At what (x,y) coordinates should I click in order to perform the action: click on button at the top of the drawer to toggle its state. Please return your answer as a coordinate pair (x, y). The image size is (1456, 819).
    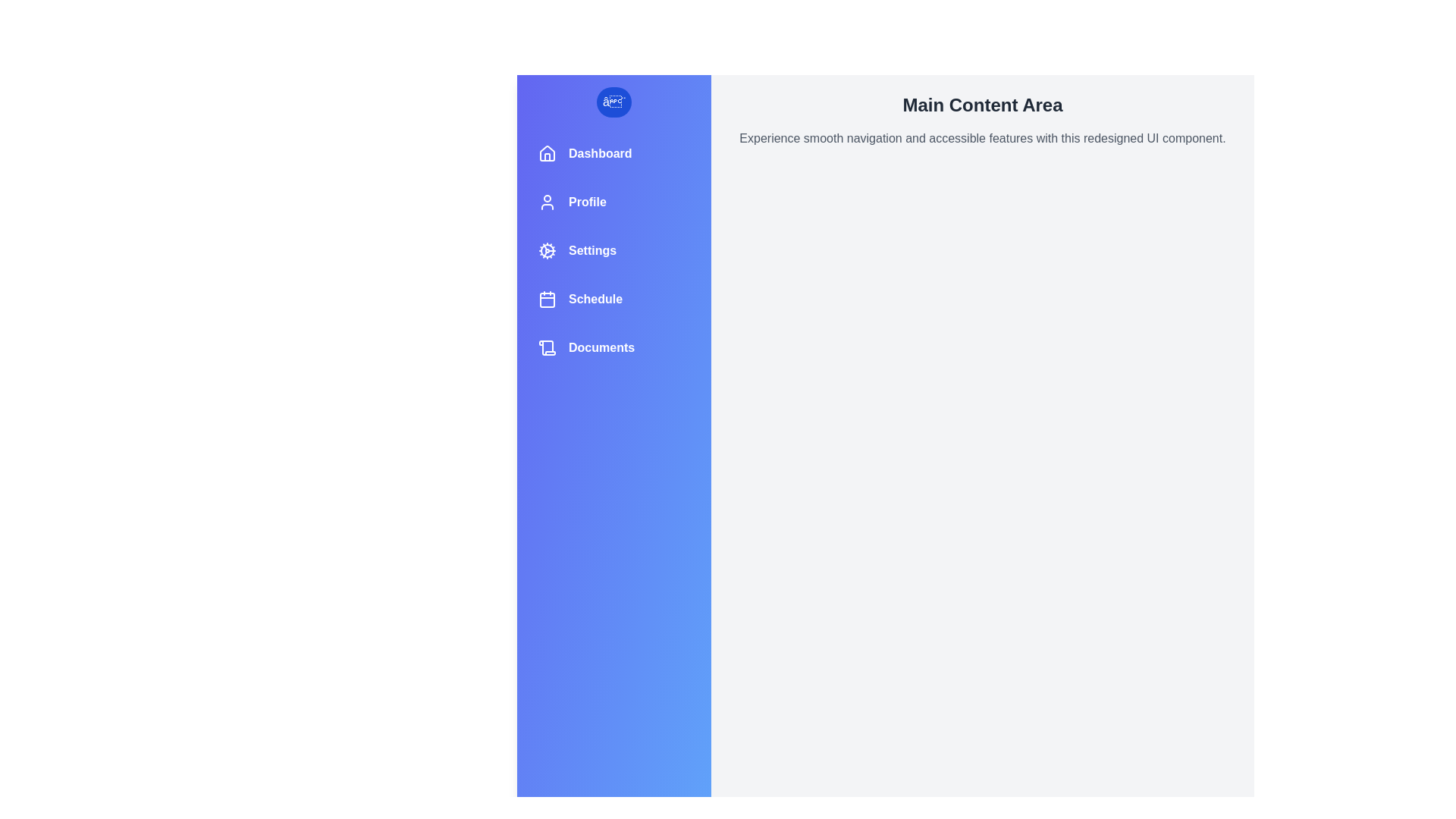
    Looking at the image, I should click on (614, 102).